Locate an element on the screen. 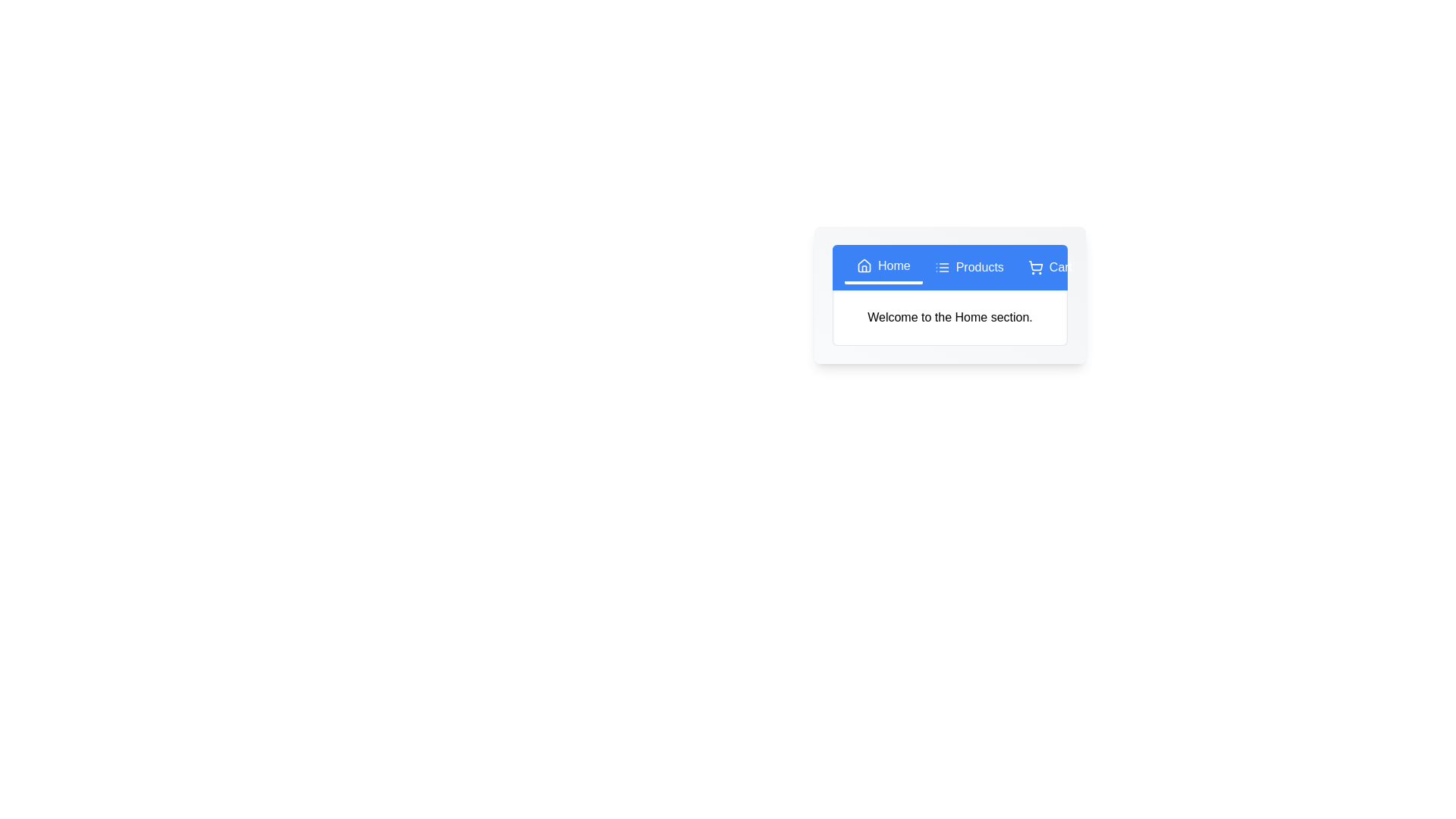 The width and height of the screenshot is (1456, 819). the 'Home' tab to view its content is located at coordinates (883, 267).